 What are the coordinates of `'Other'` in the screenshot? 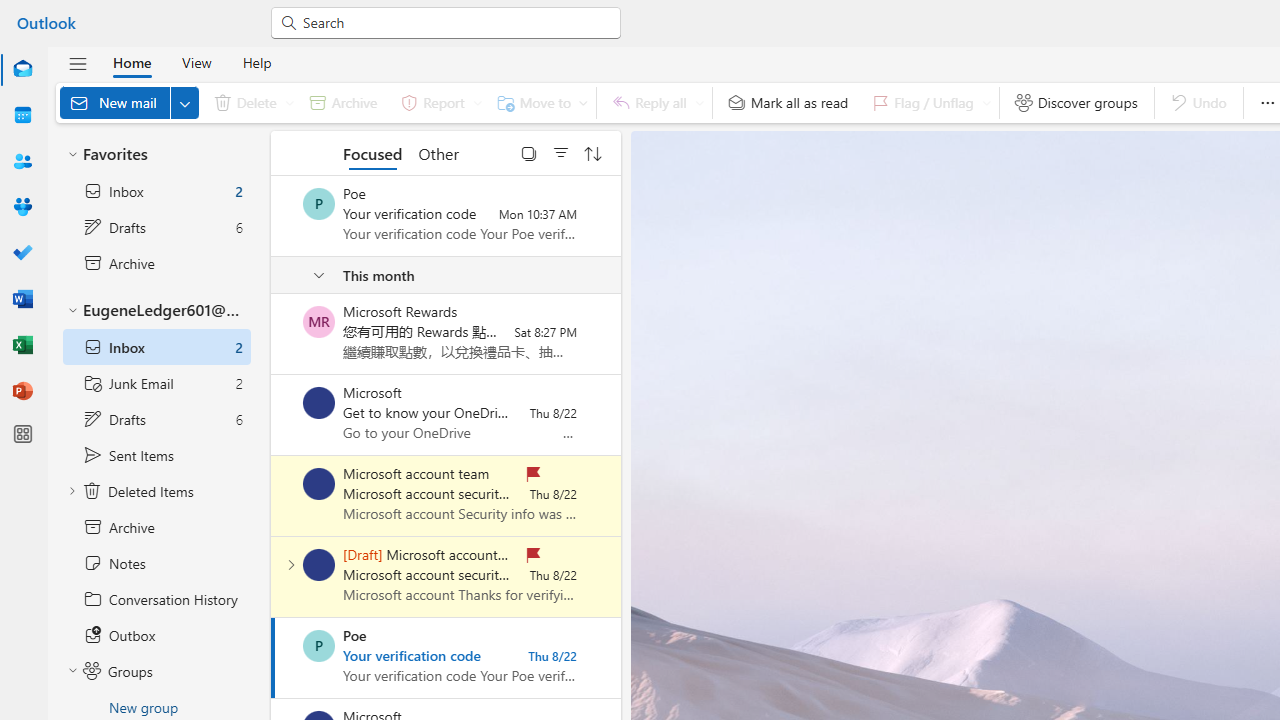 It's located at (437, 152).